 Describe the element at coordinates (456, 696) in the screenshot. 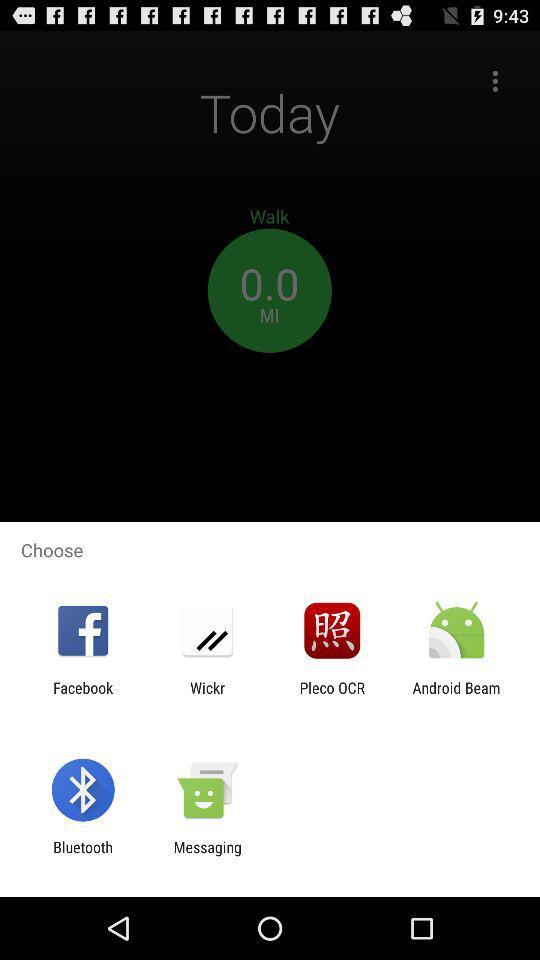

I see `the android beam` at that location.